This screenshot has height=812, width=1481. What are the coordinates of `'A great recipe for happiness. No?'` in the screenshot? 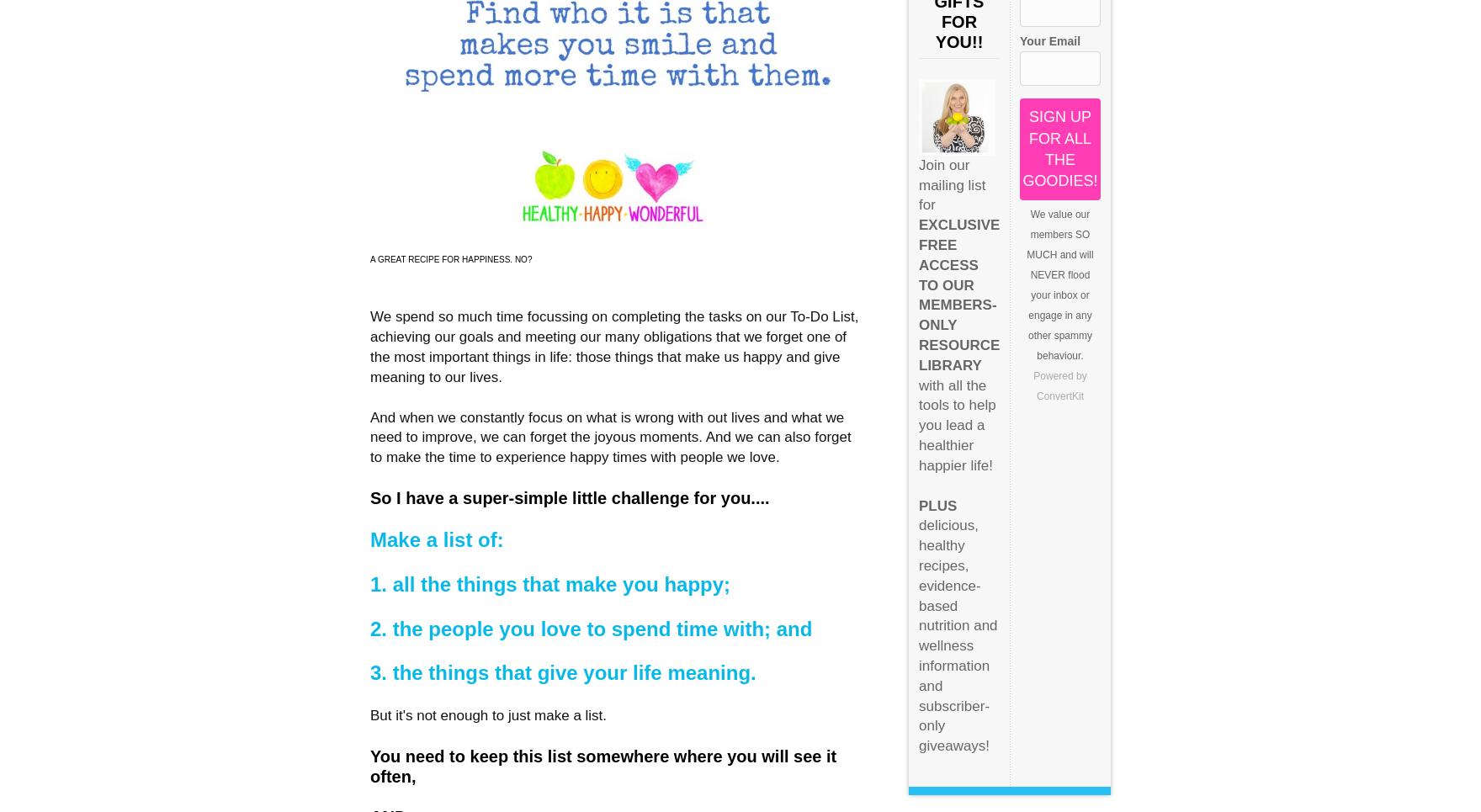 It's located at (450, 257).